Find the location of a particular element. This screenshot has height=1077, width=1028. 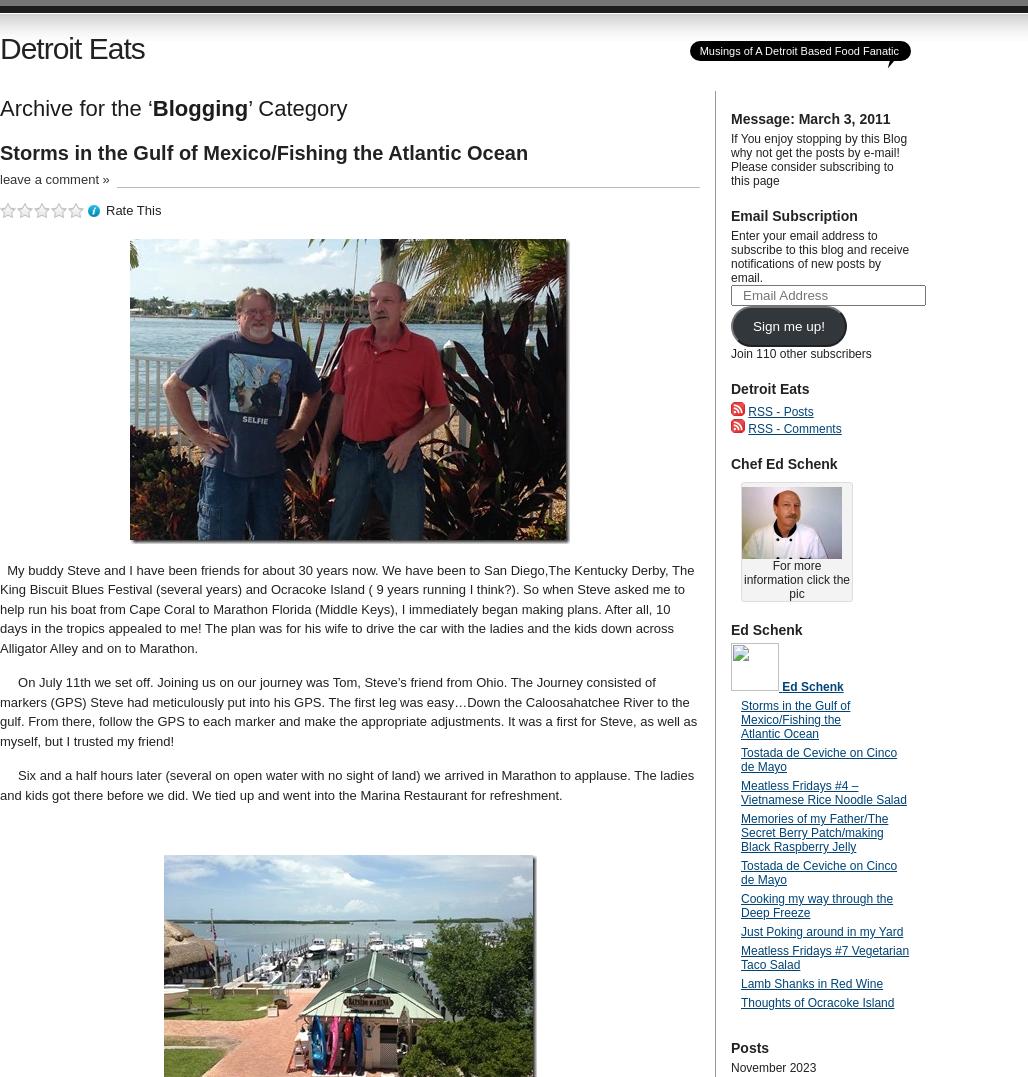

'Memories of my Father/The Secret Berry Patch/making Black Raspberry Jelly' is located at coordinates (739, 831).